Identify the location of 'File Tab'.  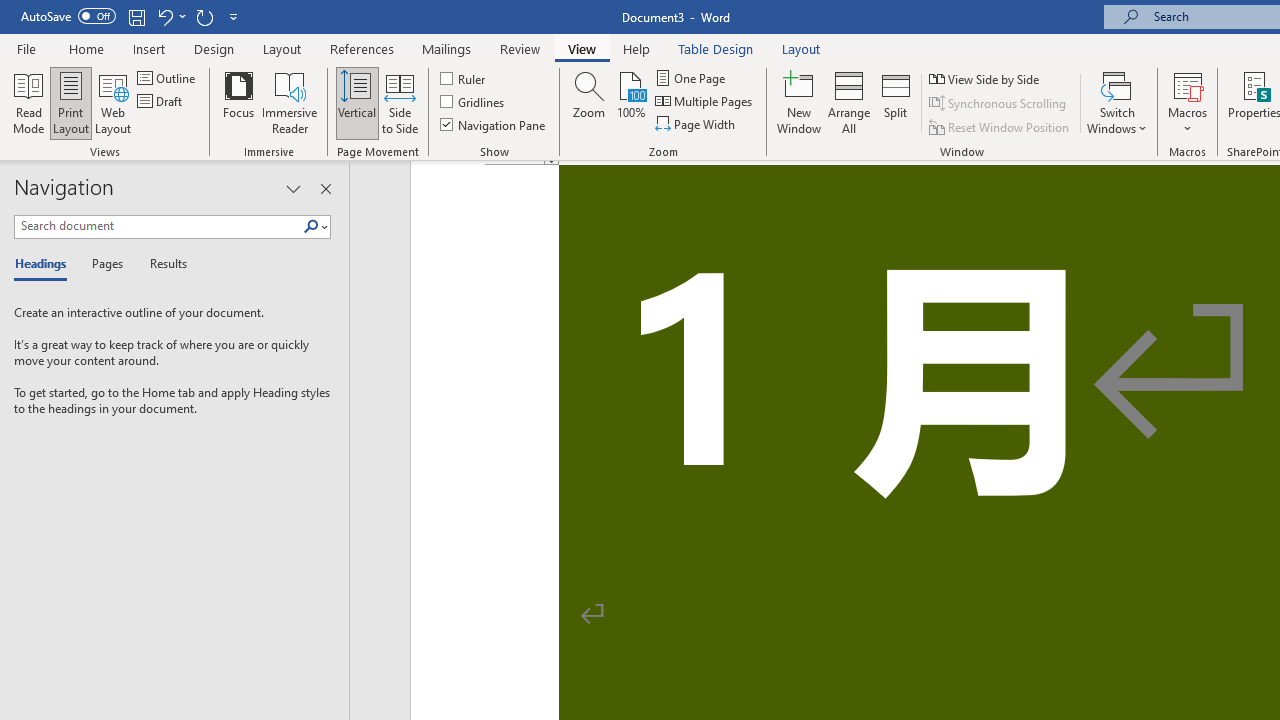
(26, 47).